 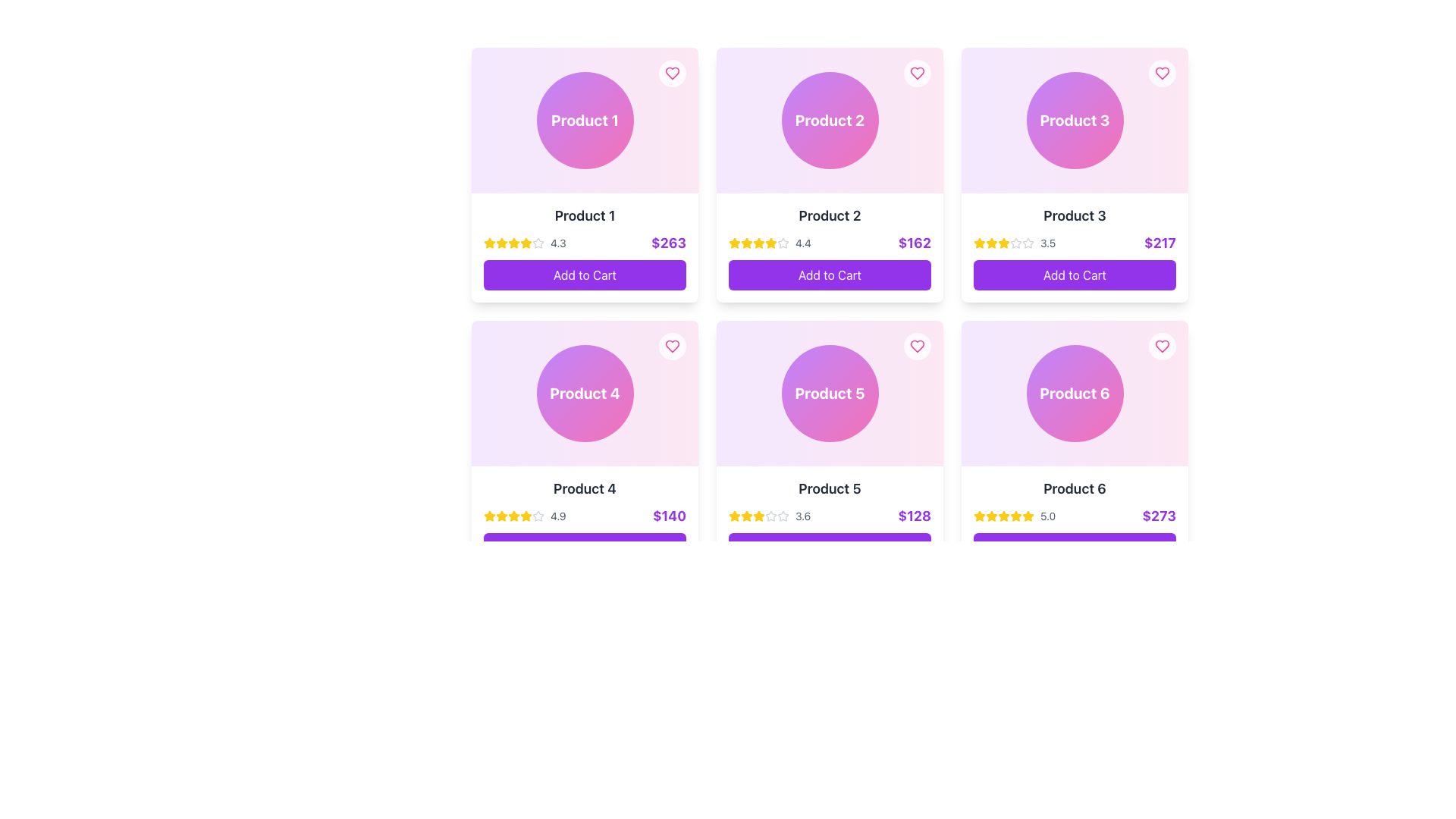 What do you see at coordinates (1074, 242) in the screenshot?
I see `the Rating and price display for 'Product 3'` at bounding box center [1074, 242].